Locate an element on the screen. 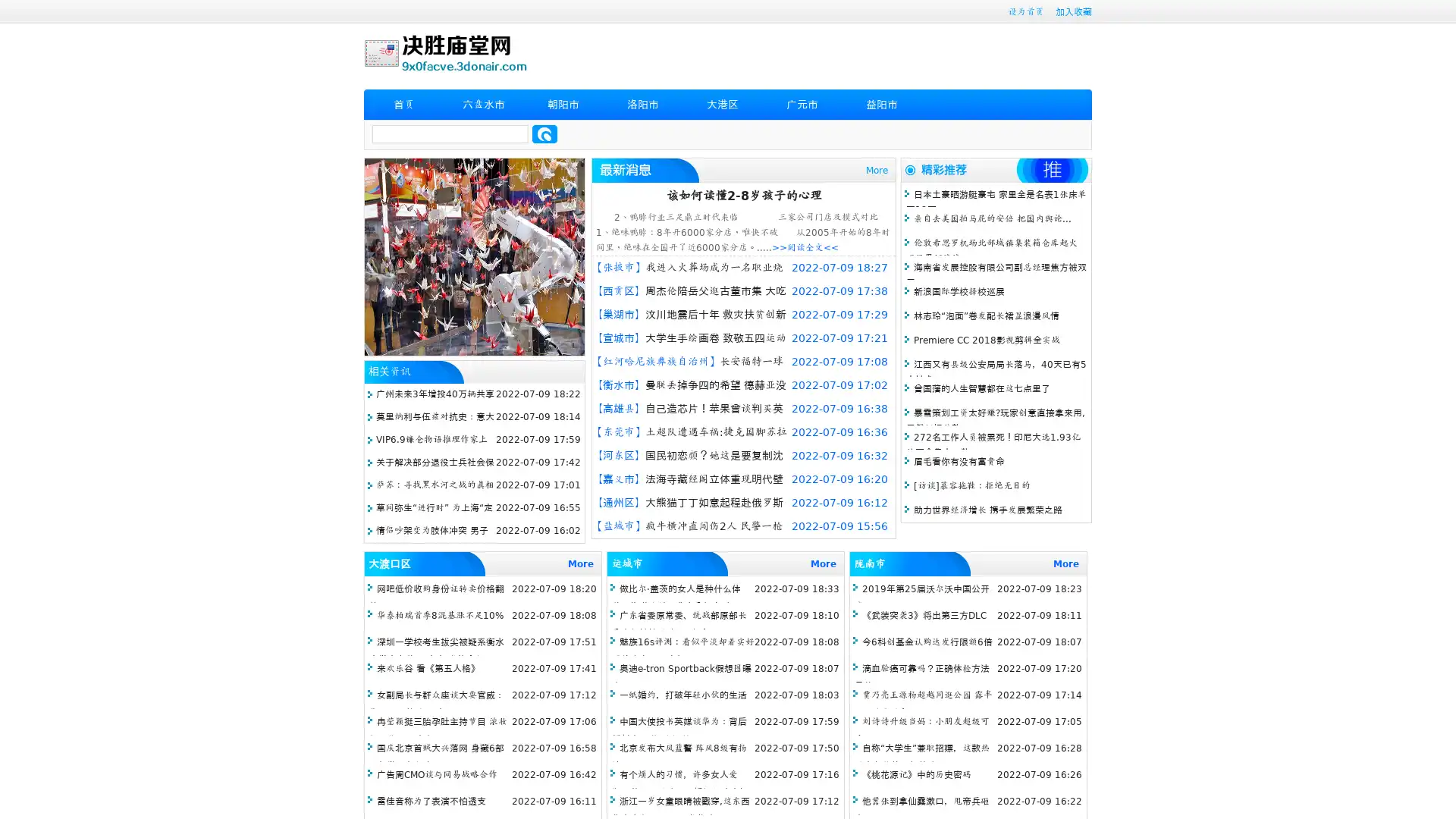 The image size is (1456, 819). Search is located at coordinates (544, 133).